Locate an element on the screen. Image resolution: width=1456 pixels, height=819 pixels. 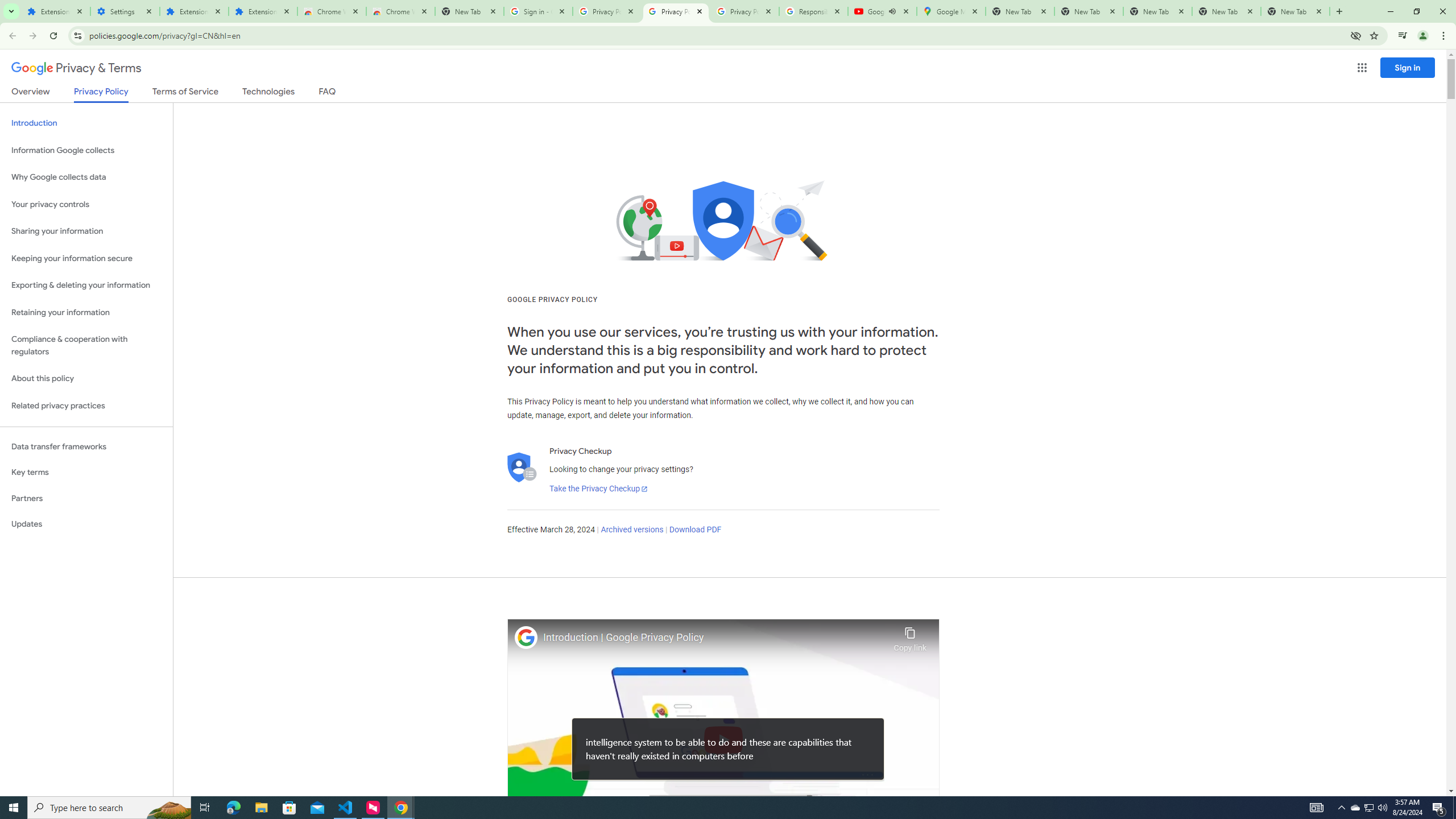
'Information Google collects' is located at coordinates (86, 150).